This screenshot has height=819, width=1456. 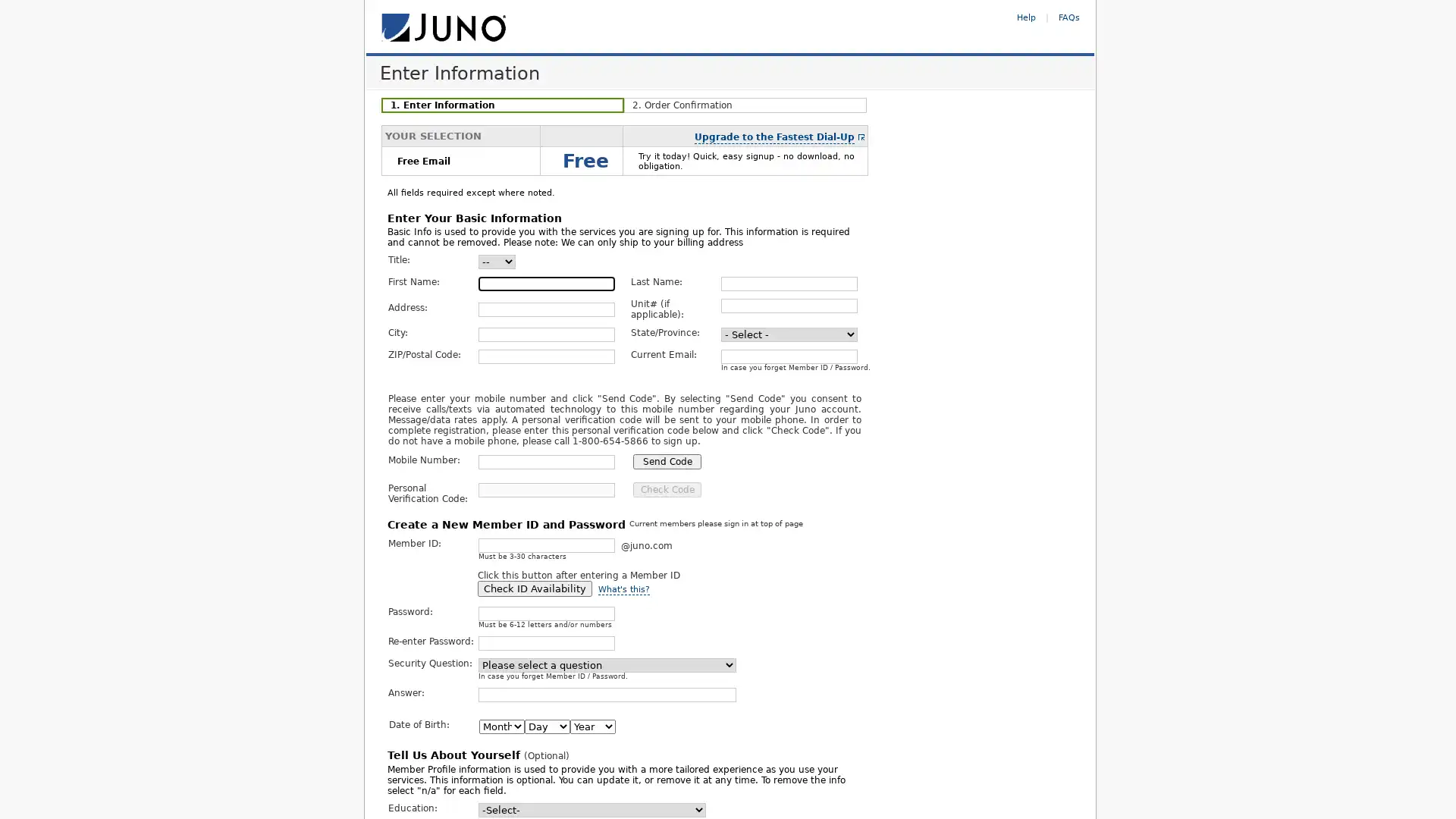 I want to click on Check Code, so click(x=667, y=489).